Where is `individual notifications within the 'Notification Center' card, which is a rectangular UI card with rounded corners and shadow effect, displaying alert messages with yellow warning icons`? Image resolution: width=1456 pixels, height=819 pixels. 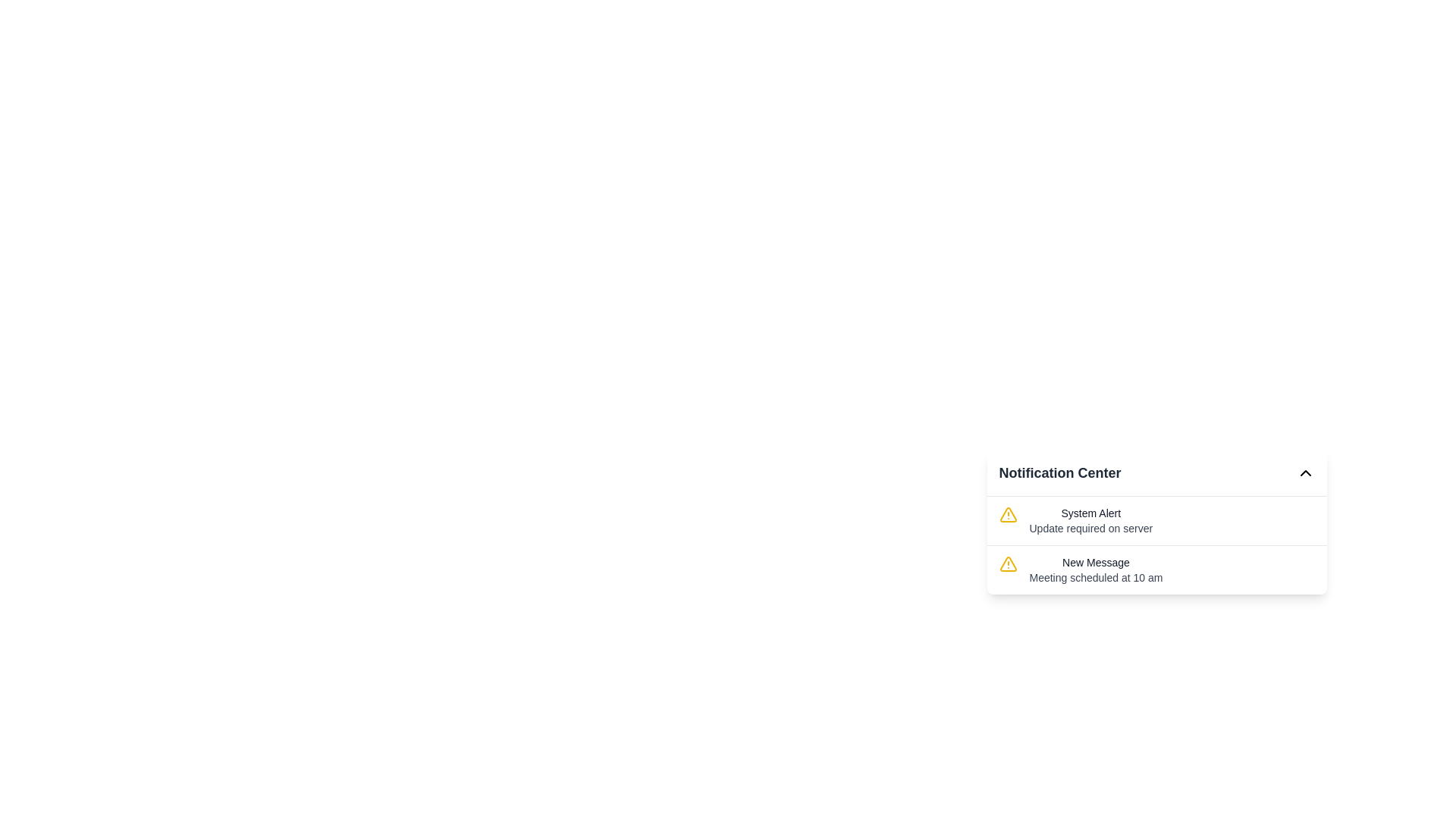
individual notifications within the 'Notification Center' card, which is a rectangular UI card with rounded corners and shadow effect, displaying alert messages with yellow warning icons is located at coordinates (1156, 522).